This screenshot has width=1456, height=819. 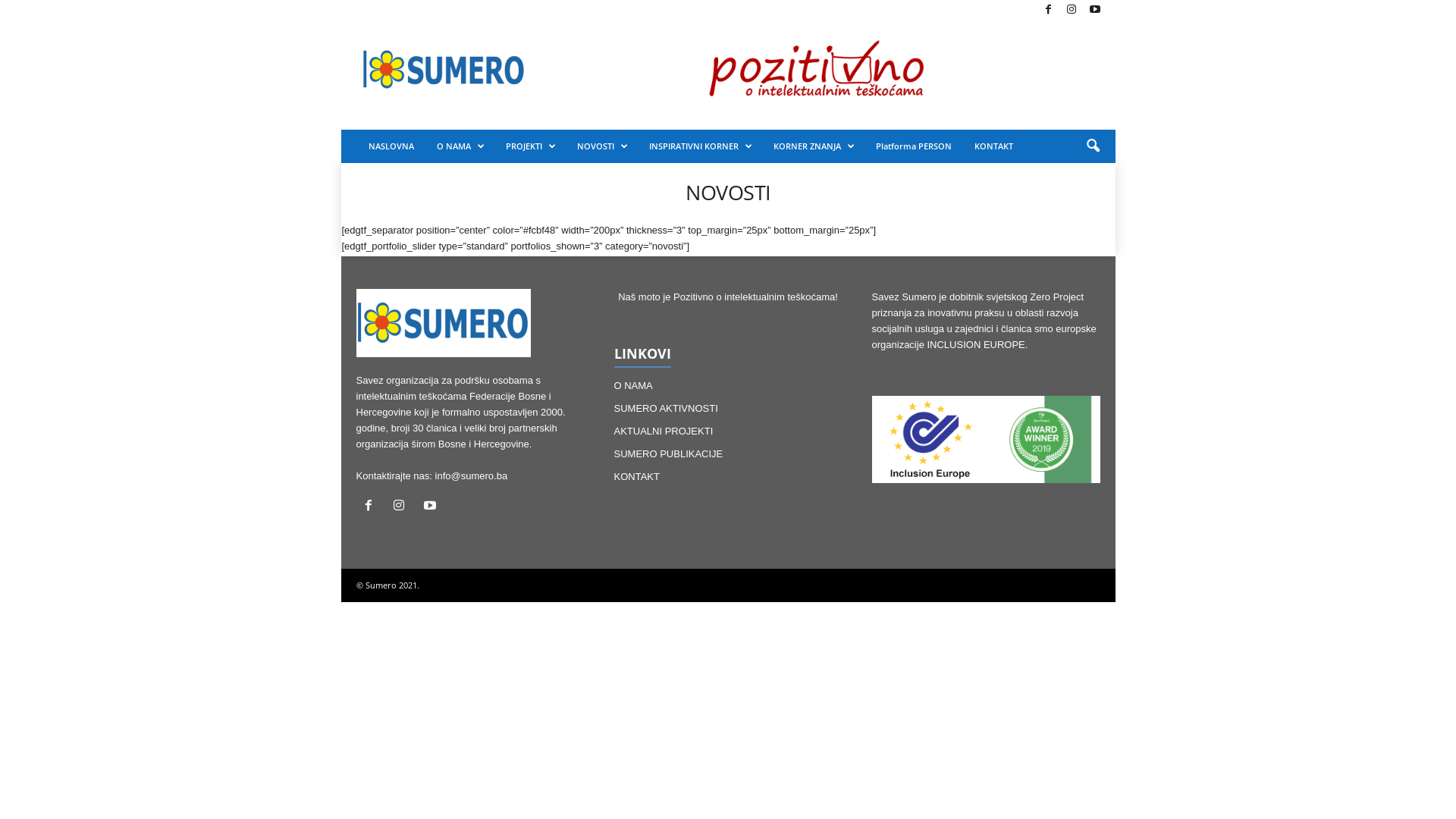 What do you see at coordinates (668, 453) in the screenshot?
I see `'SUMERO PUBLIKACIJE'` at bounding box center [668, 453].